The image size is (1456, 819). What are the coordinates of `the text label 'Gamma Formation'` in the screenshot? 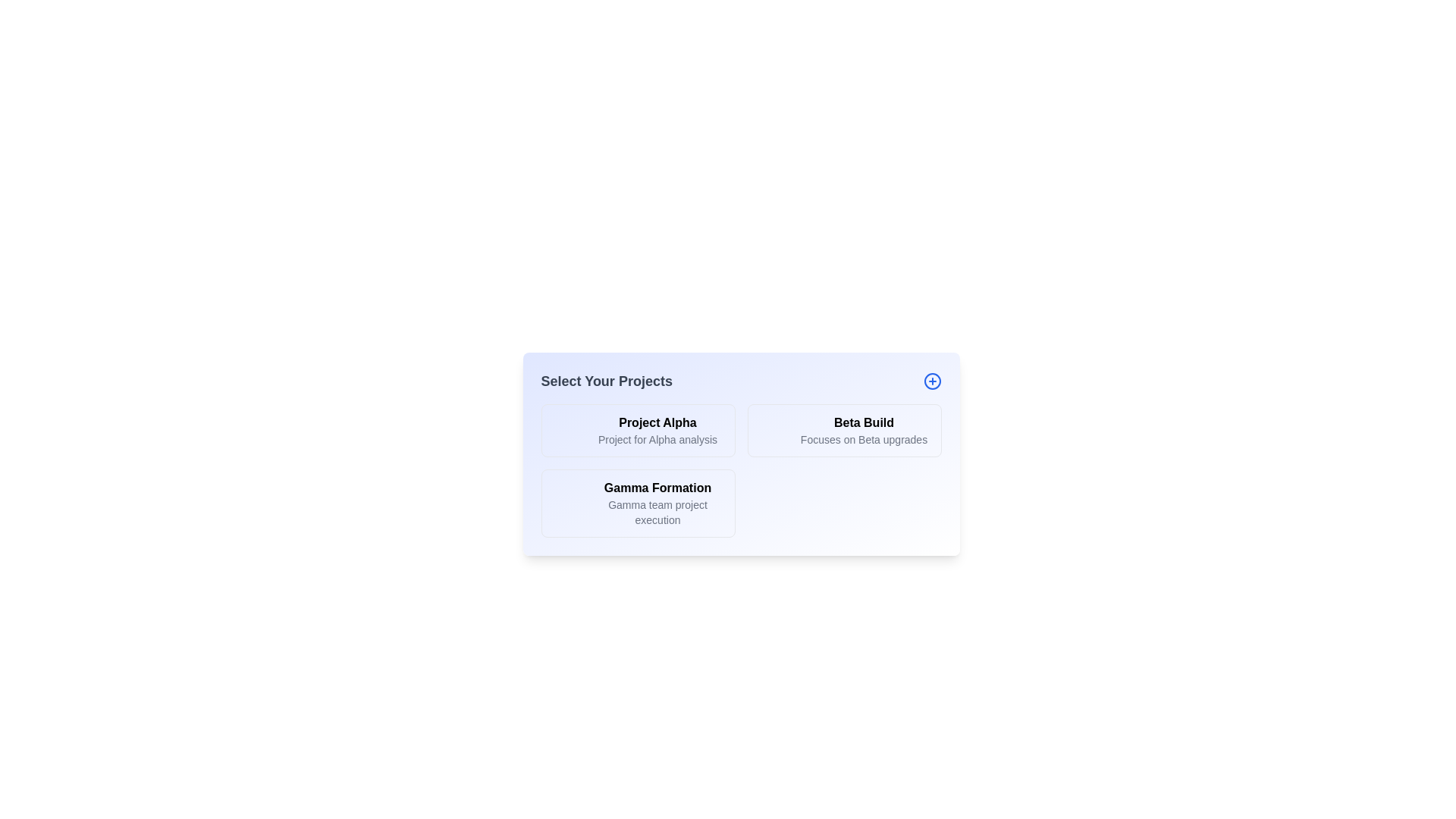 It's located at (657, 488).